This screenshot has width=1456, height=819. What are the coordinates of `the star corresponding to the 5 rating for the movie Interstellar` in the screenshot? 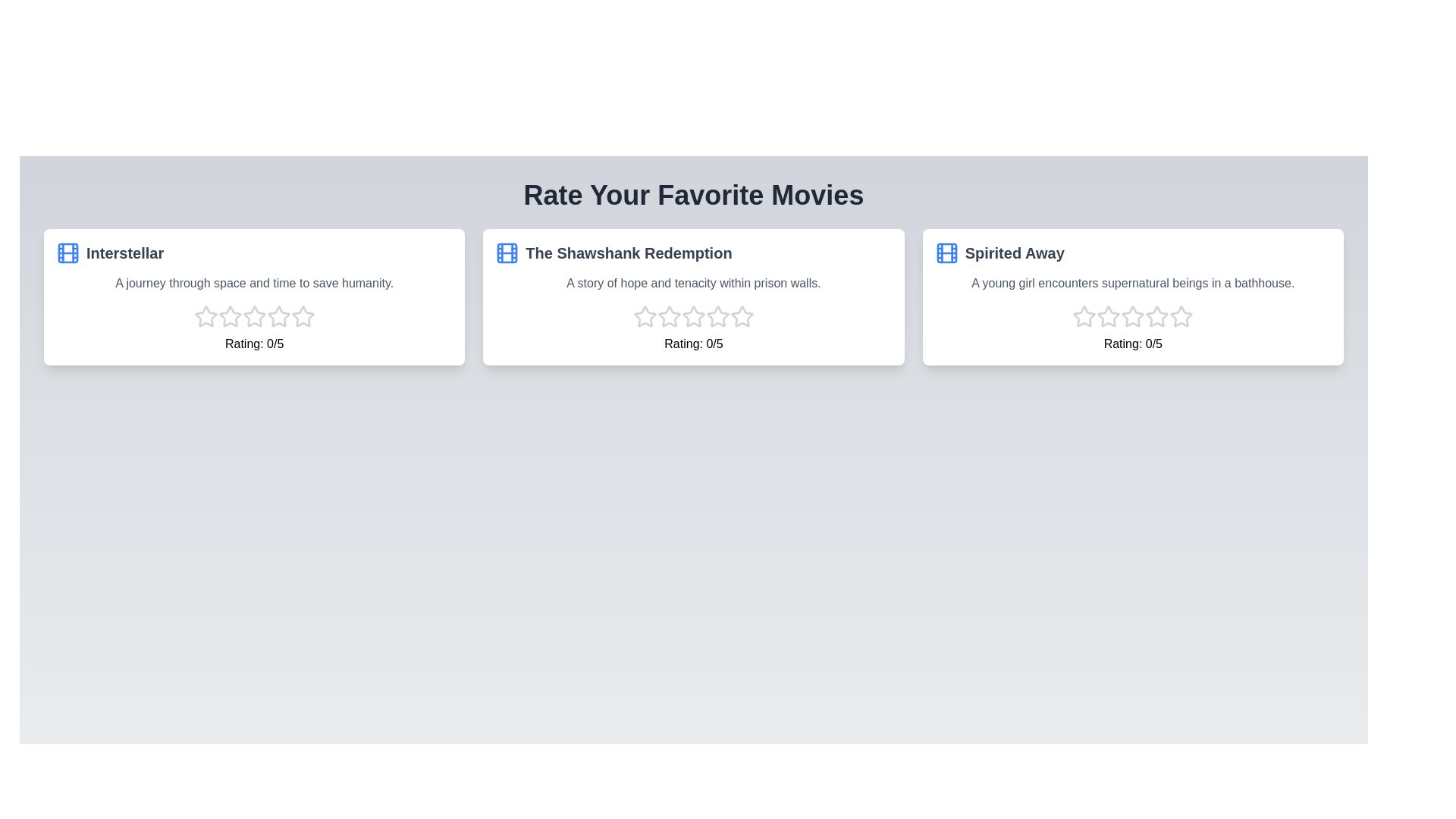 It's located at (303, 315).